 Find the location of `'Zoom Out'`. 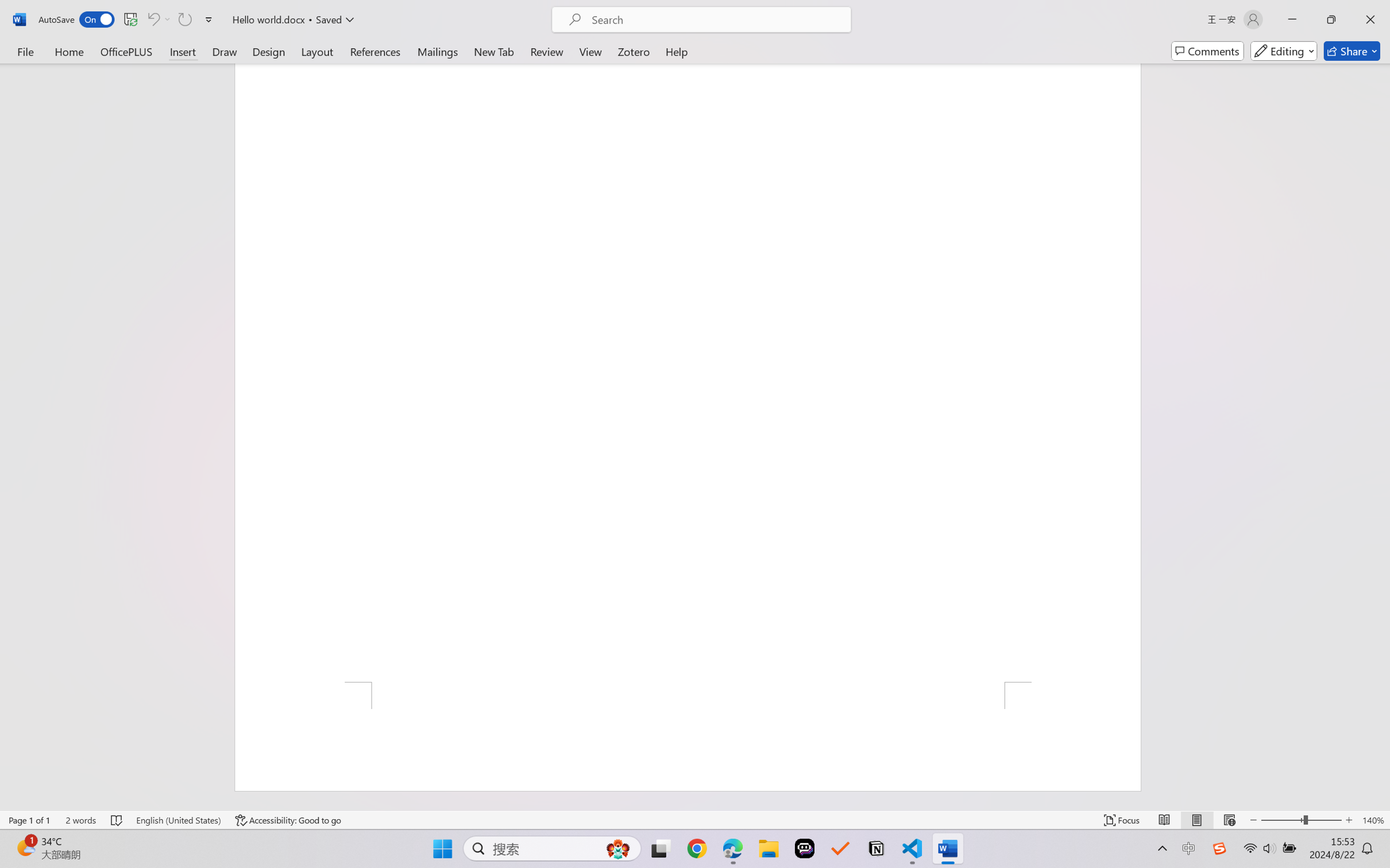

'Zoom Out' is located at coordinates (1281, 820).